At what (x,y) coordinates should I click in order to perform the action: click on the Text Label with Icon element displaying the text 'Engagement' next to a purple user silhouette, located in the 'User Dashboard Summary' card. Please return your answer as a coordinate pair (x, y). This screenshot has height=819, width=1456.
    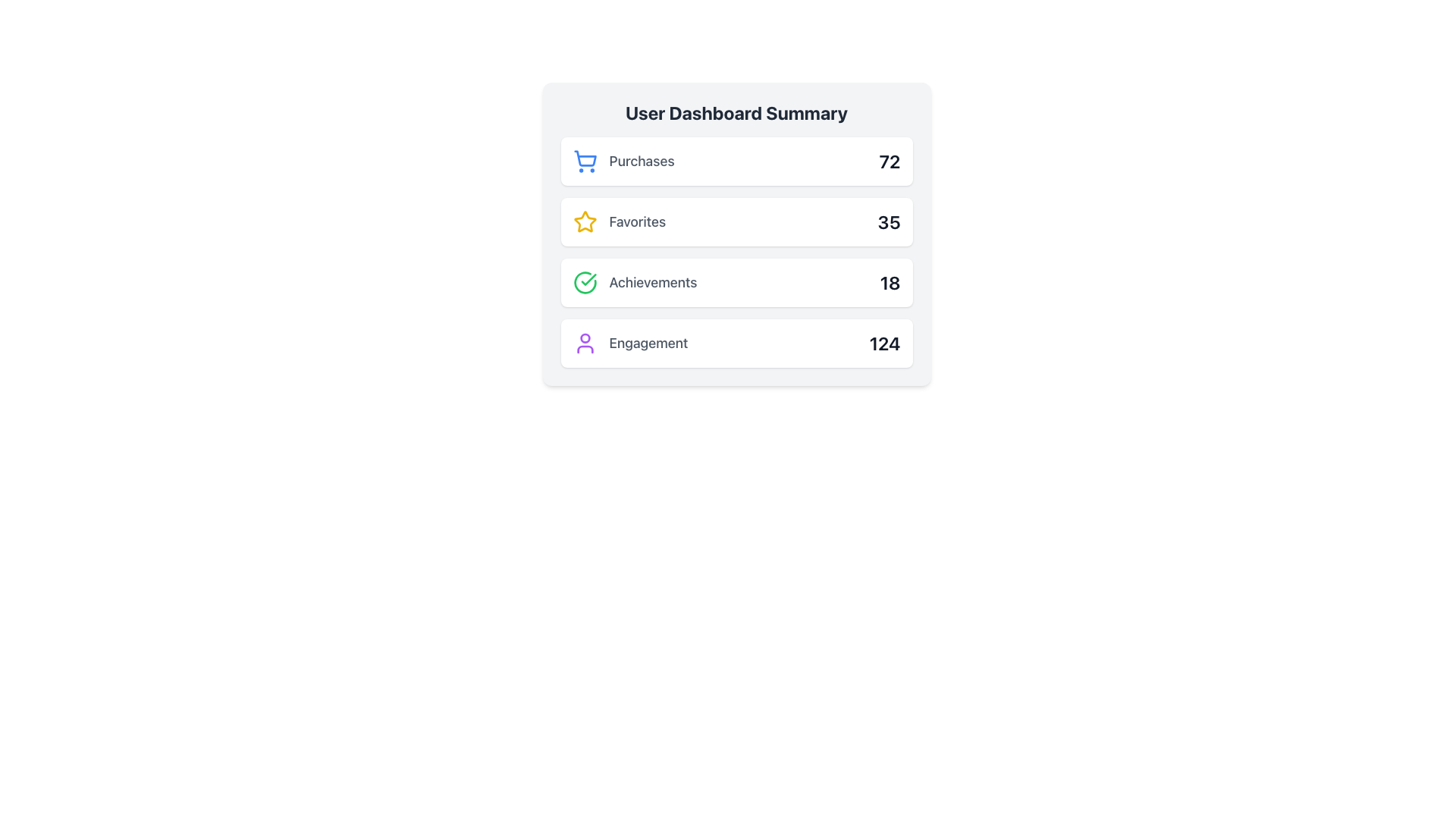
    Looking at the image, I should click on (630, 343).